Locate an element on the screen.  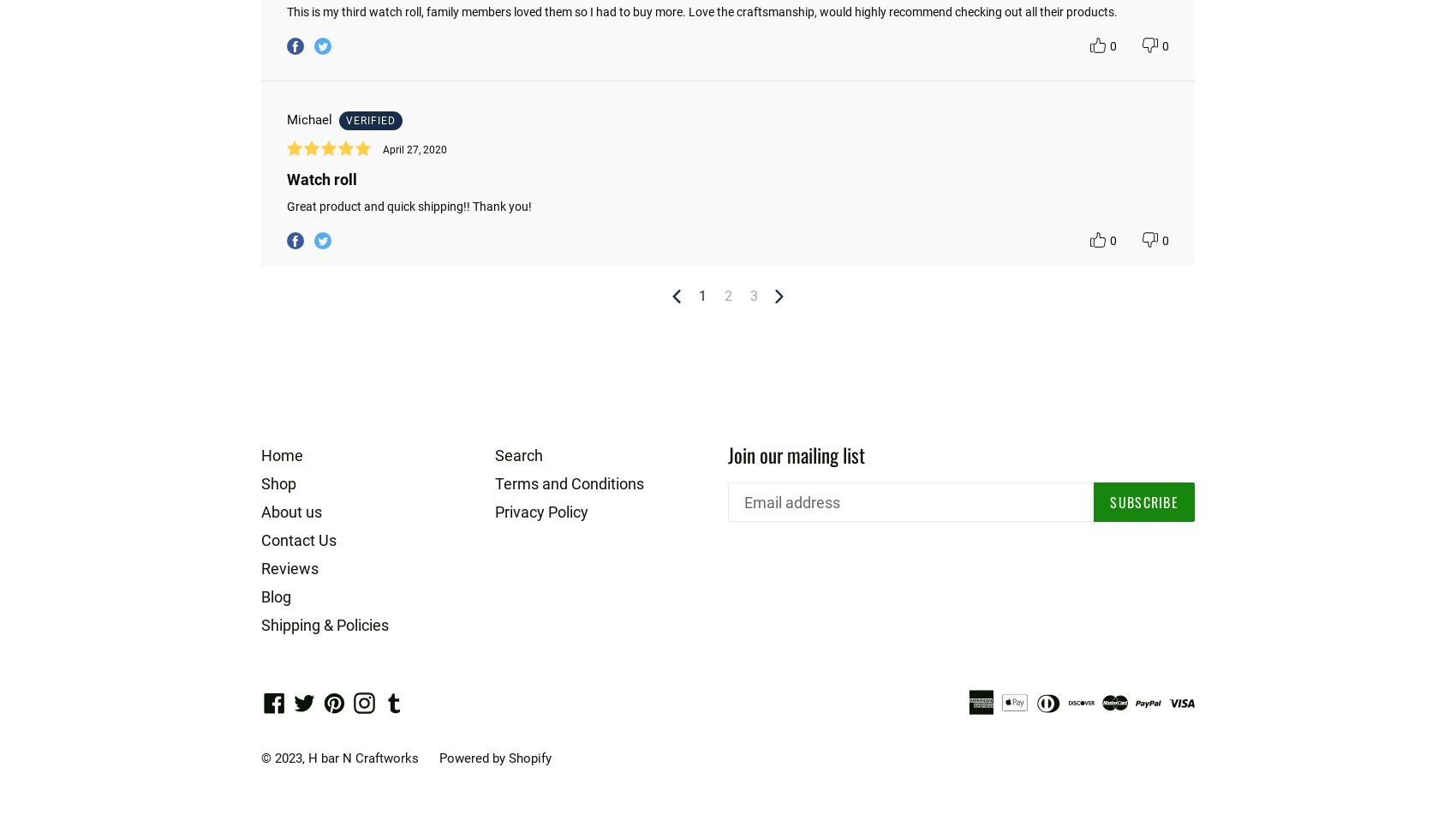
'Shipping & Policies' is located at coordinates (324, 624).